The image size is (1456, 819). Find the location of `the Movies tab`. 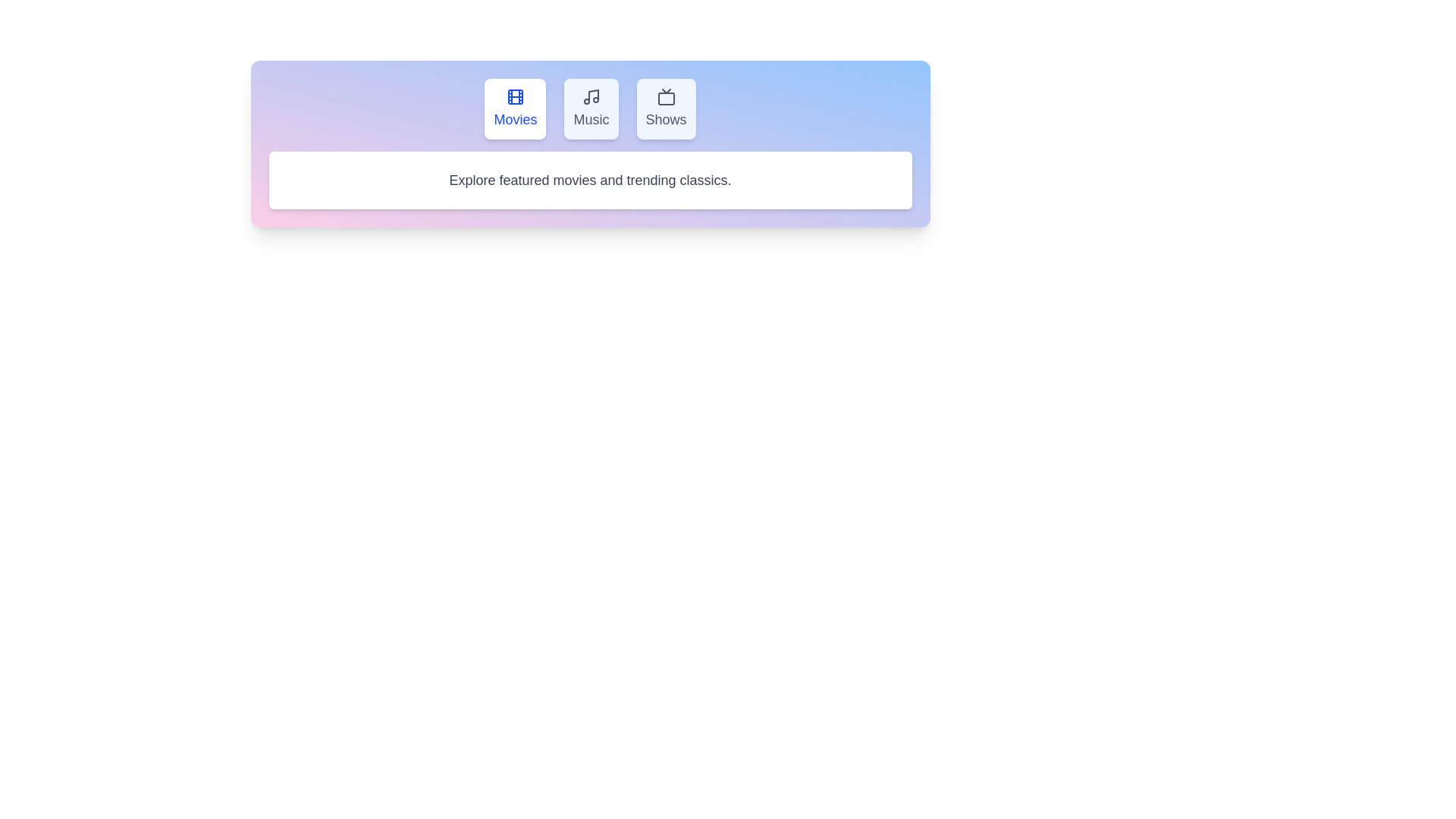

the Movies tab is located at coordinates (516, 108).